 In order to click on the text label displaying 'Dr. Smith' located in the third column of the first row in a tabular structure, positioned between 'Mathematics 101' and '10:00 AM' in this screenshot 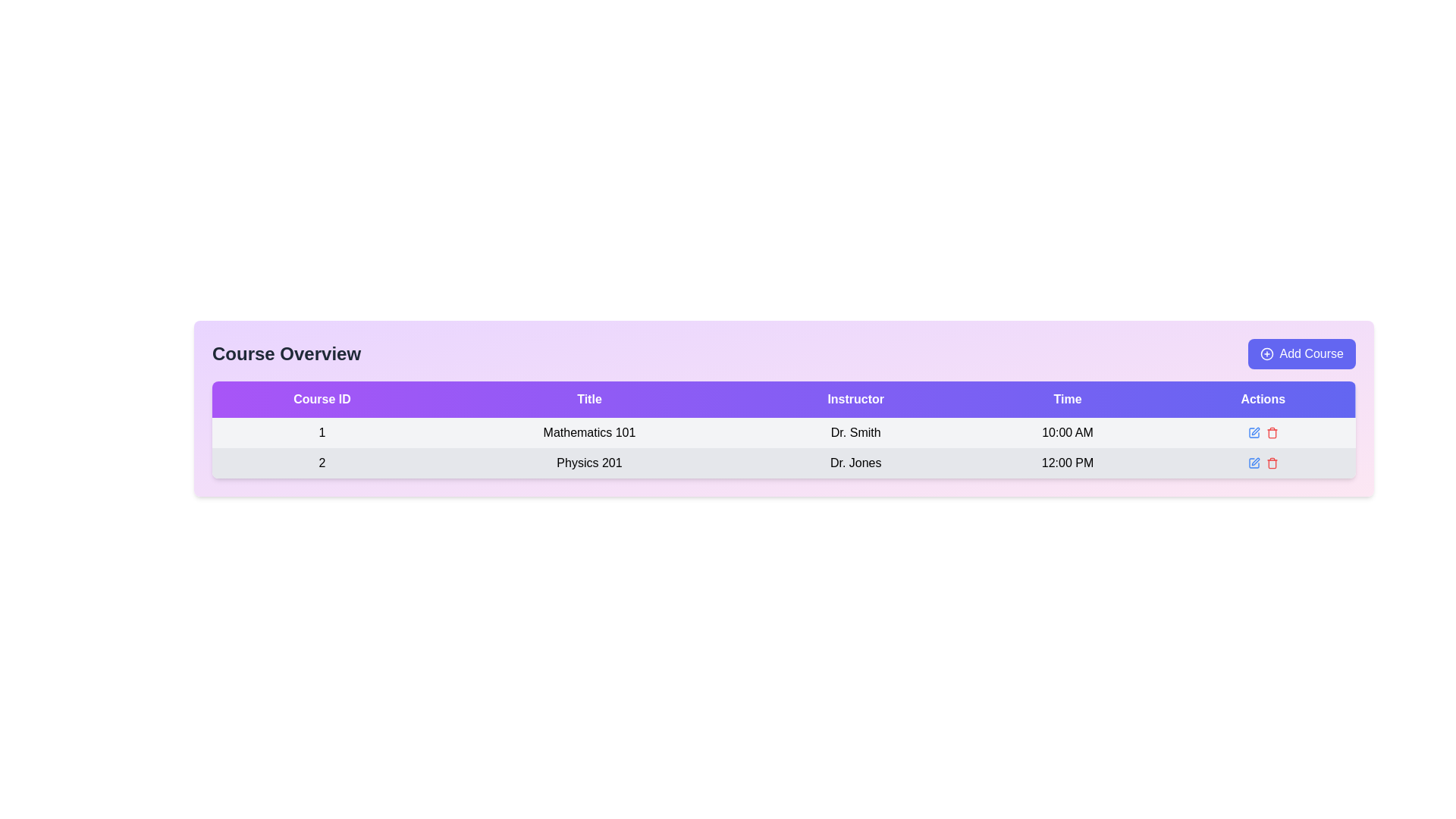, I will do `click(855, 432)`.